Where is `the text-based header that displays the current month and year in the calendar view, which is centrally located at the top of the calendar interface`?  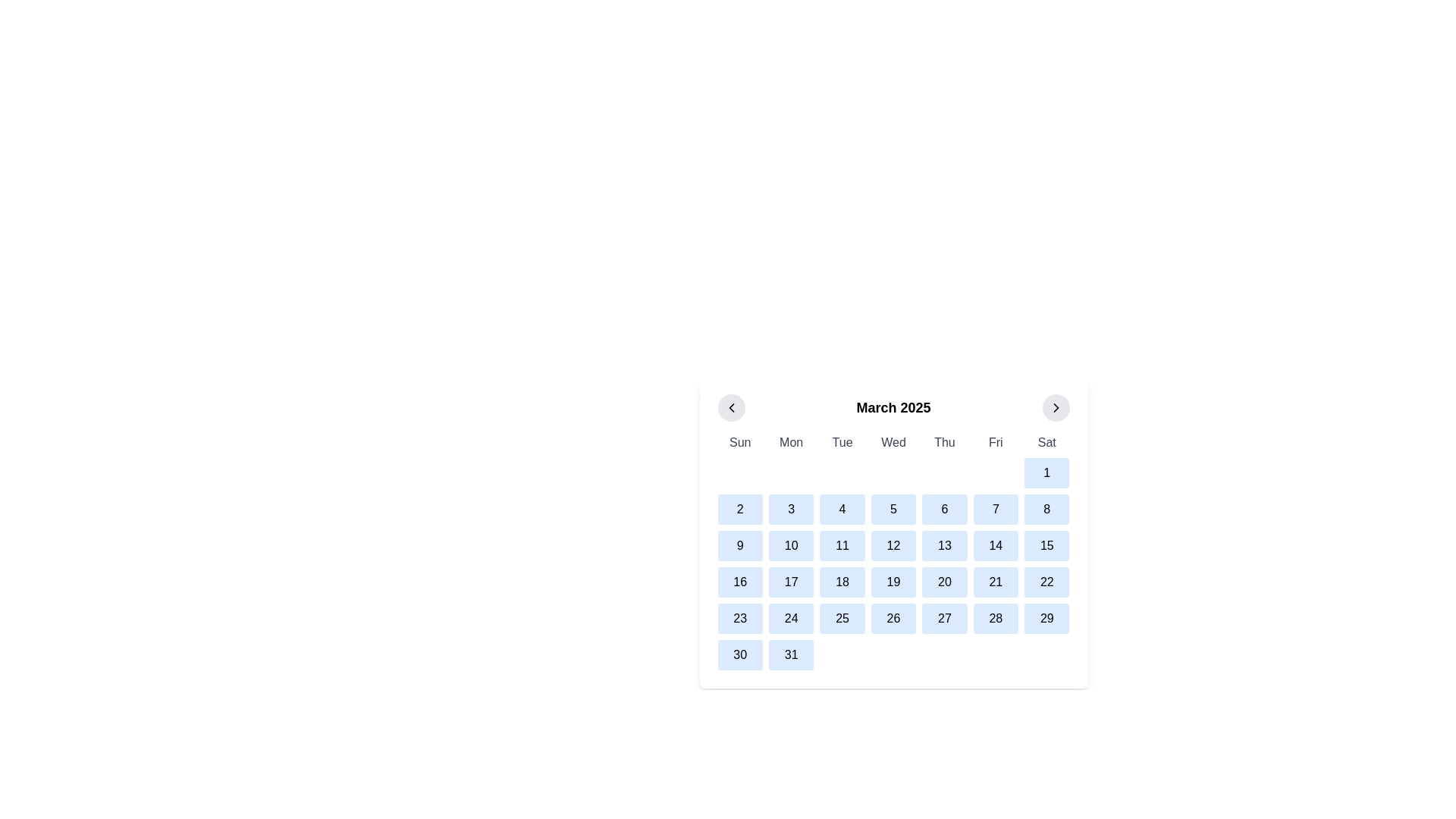
the text-based header that displays the current month and year in the calendar view, which is centrally located at the top of the calendar interface is located at coordinates (893, 406).